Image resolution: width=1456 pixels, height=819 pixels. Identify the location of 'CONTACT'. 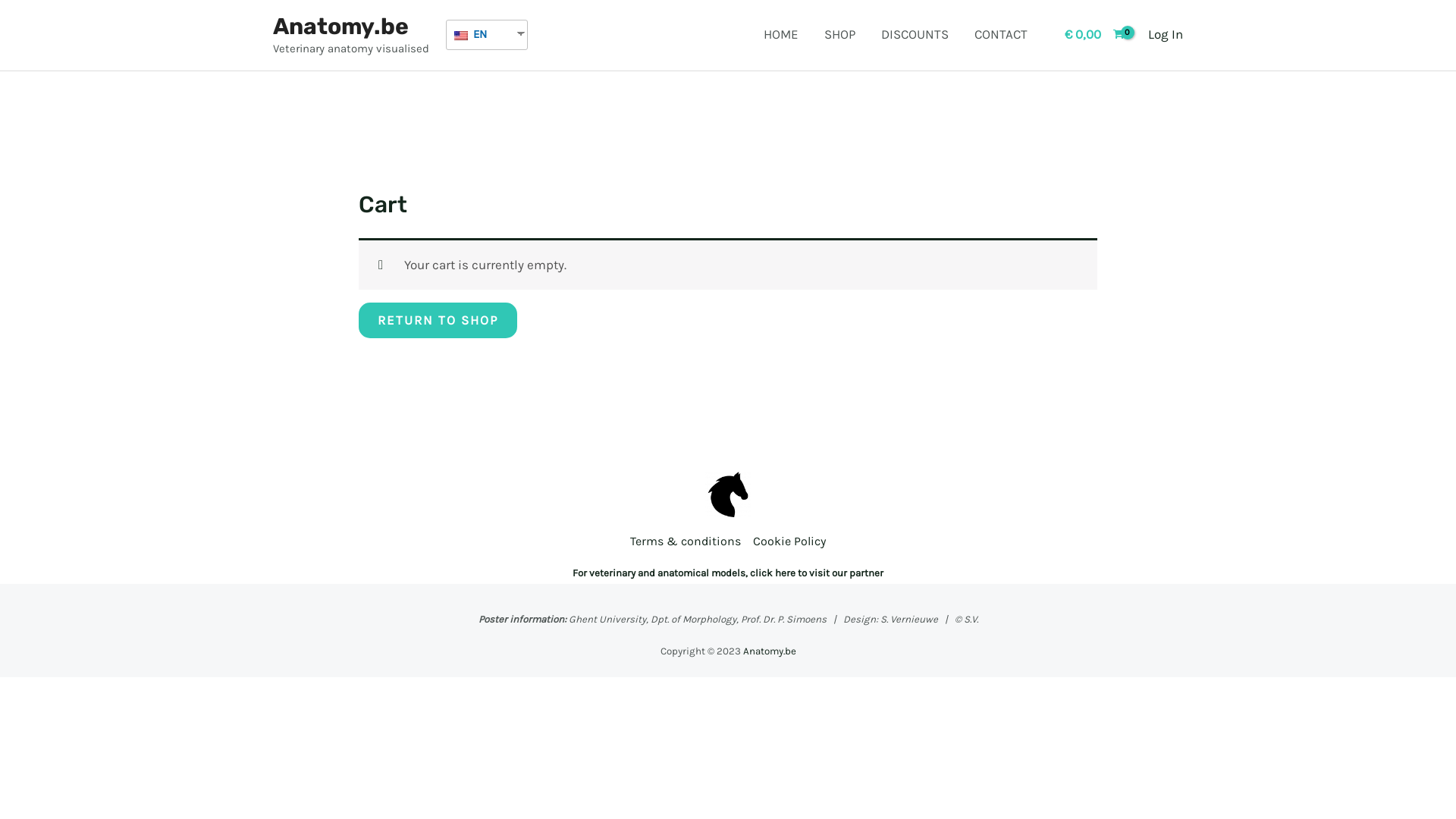
(1001, 34).